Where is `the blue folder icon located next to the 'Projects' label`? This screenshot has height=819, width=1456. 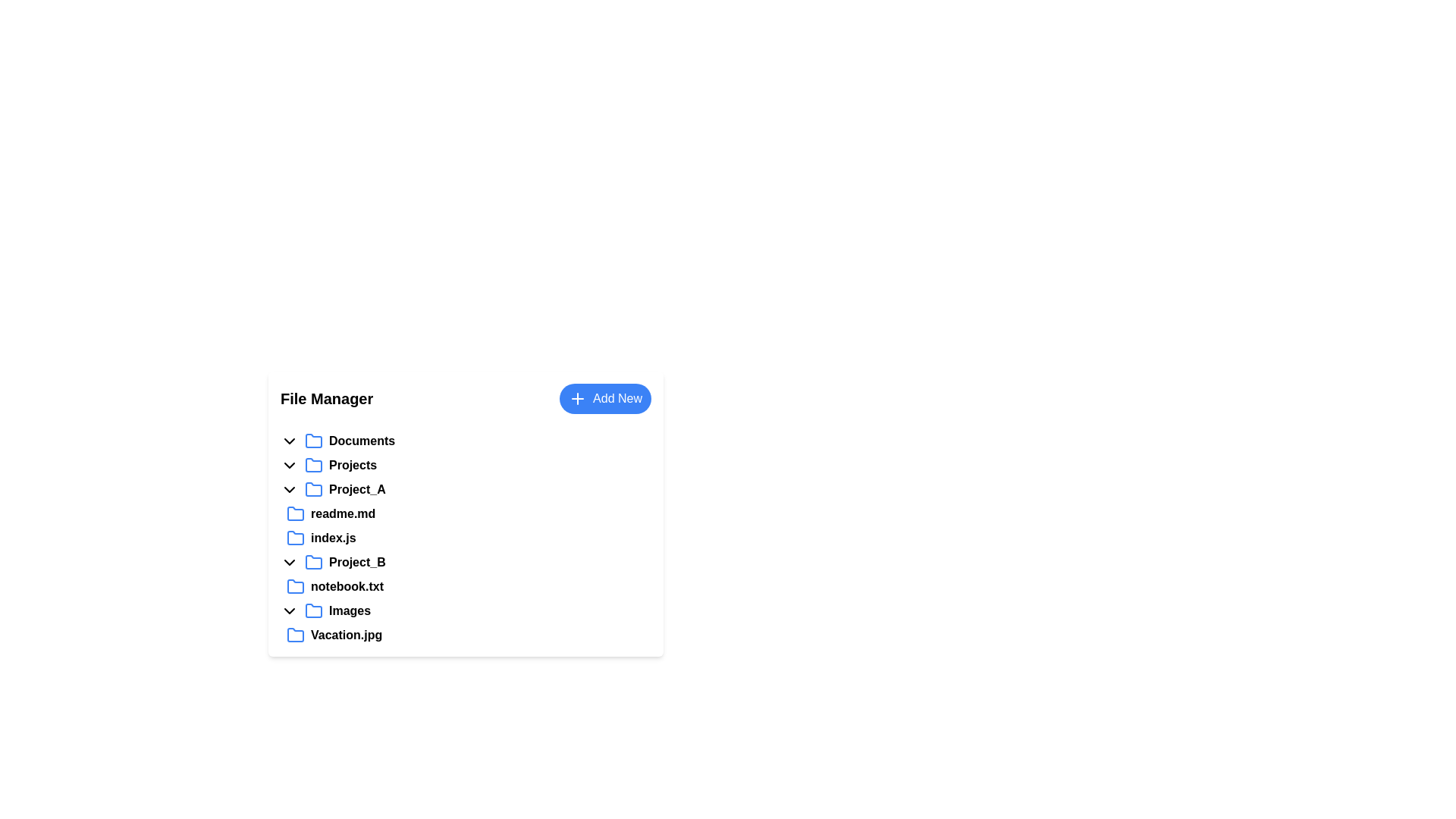 the blue folder icon located next to the 'Projects' label is located at coordinates (312, 464).